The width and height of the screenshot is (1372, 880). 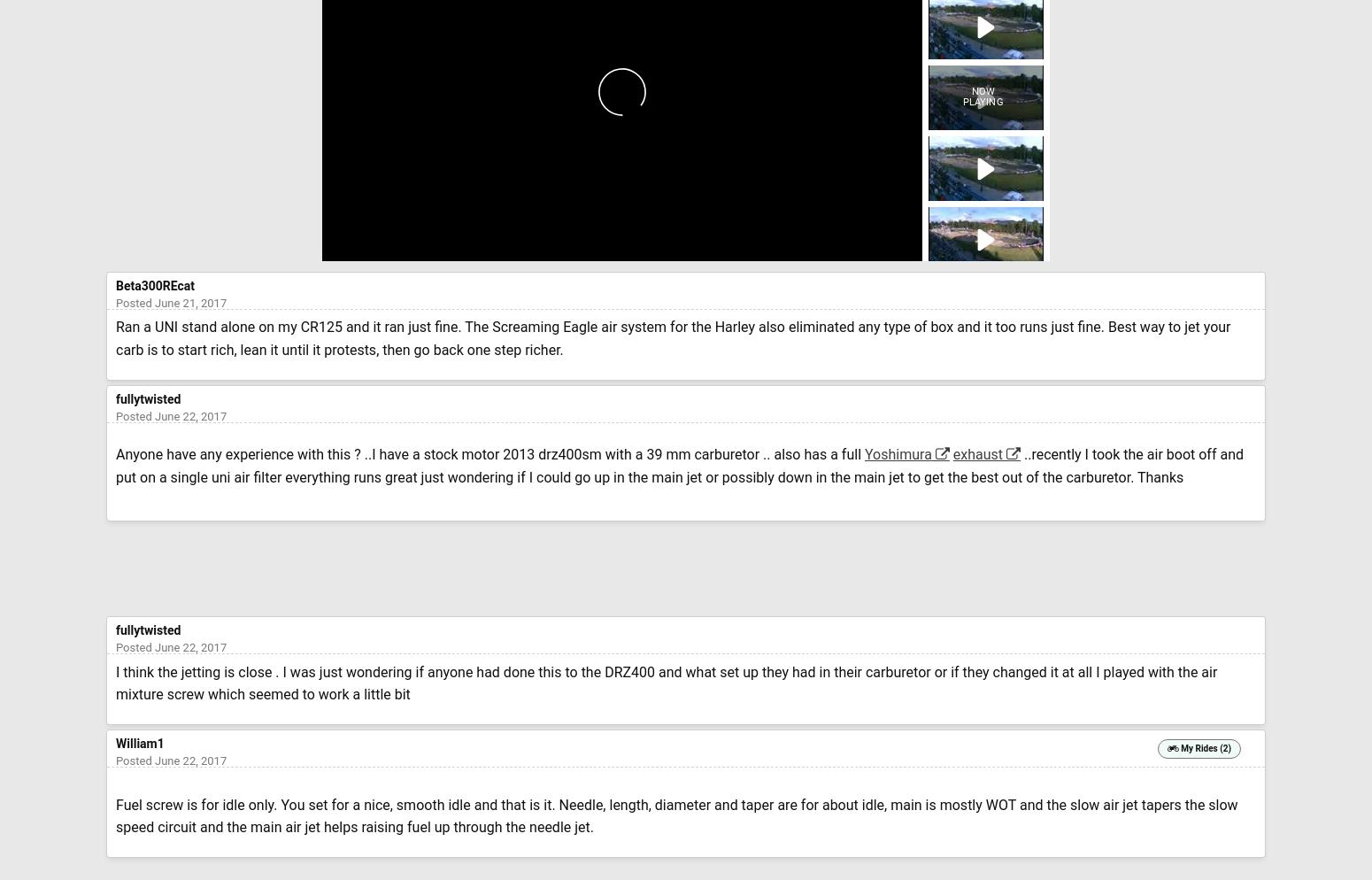 What do you see at coordinates (898, 454) in the screenshot?
I see `'Yoshimura'` at bounding box center [898, 454].